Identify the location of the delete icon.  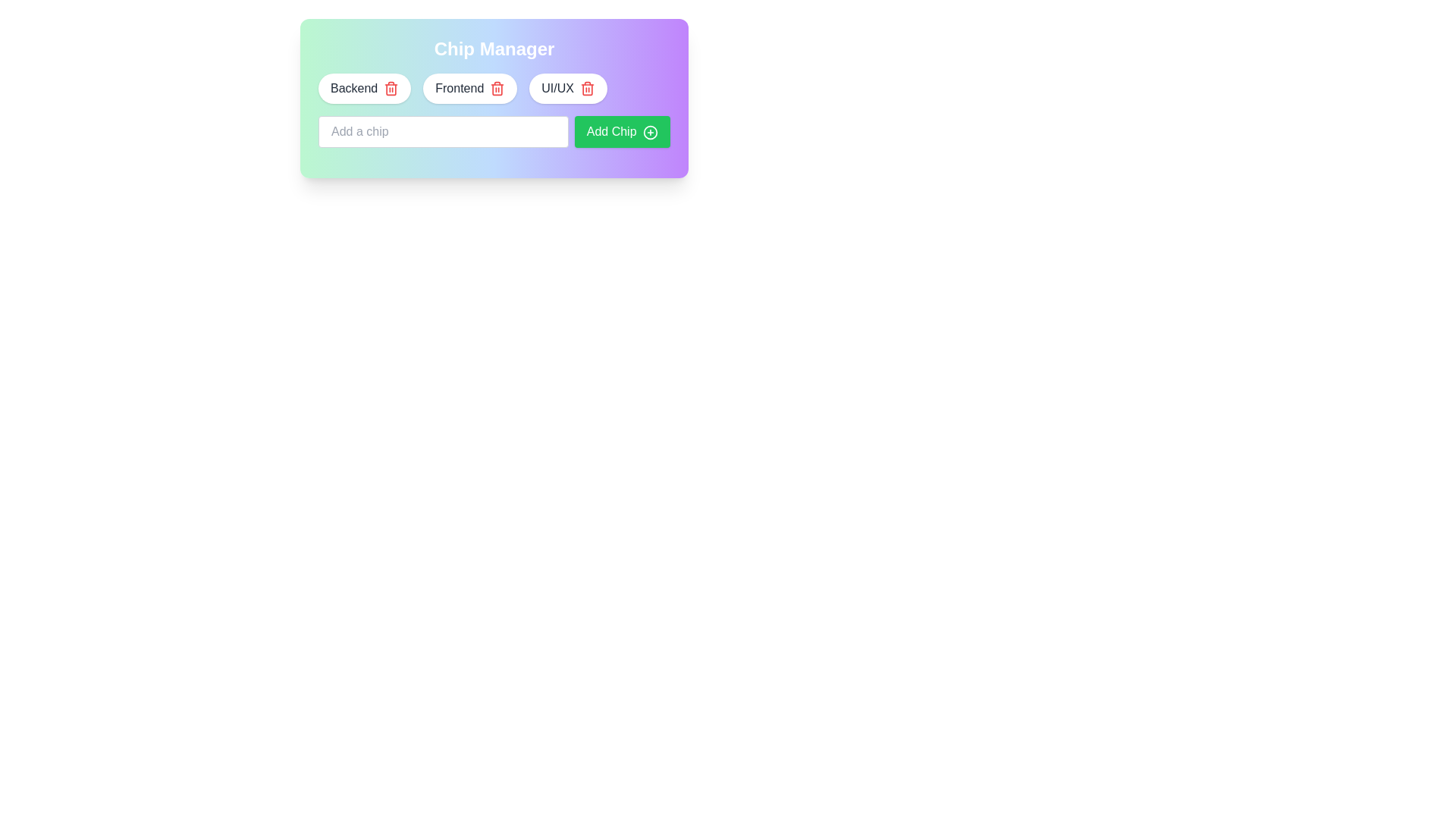
(497, 88).